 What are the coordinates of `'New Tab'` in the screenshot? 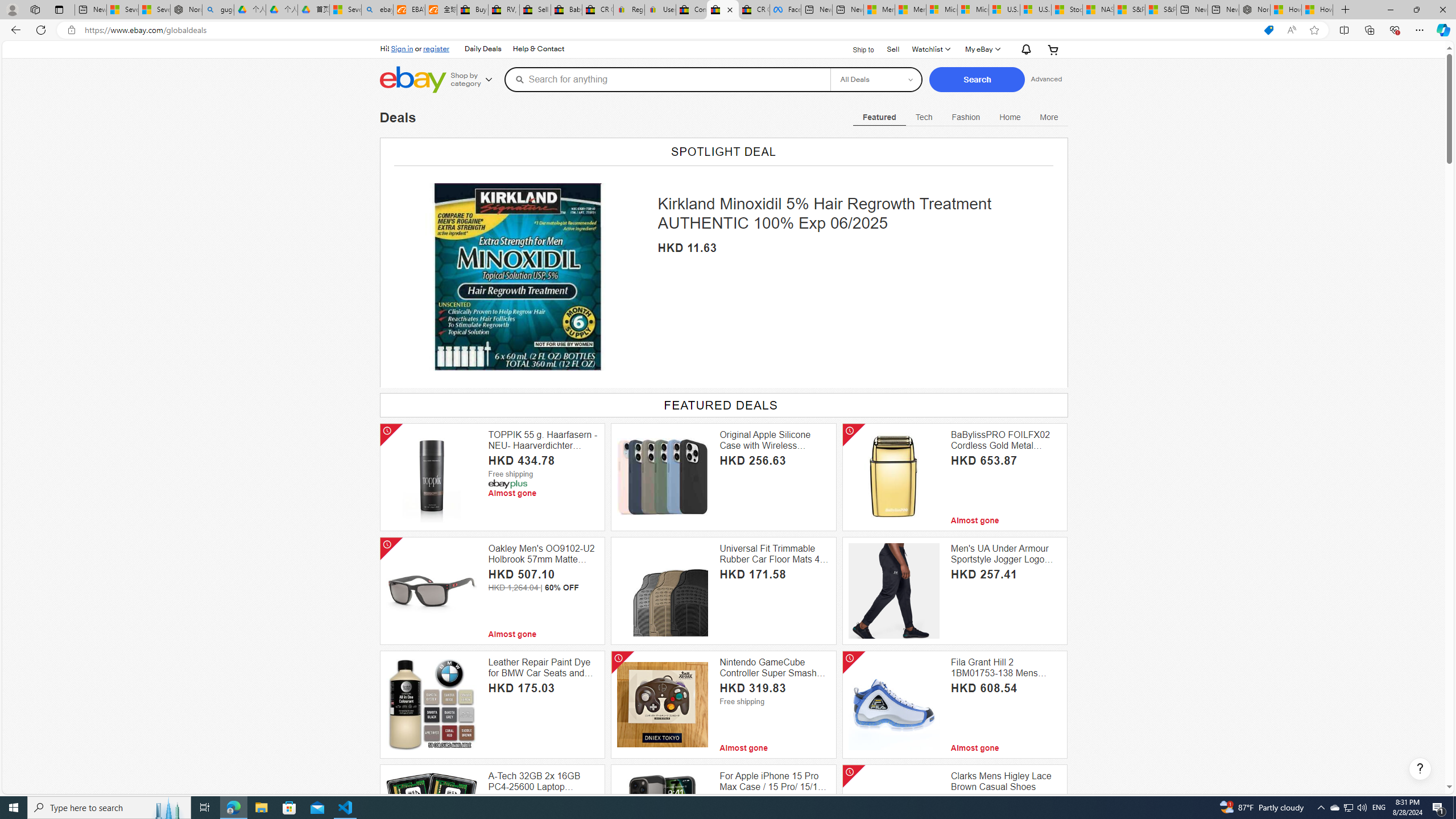 It's located at (1345, 9).